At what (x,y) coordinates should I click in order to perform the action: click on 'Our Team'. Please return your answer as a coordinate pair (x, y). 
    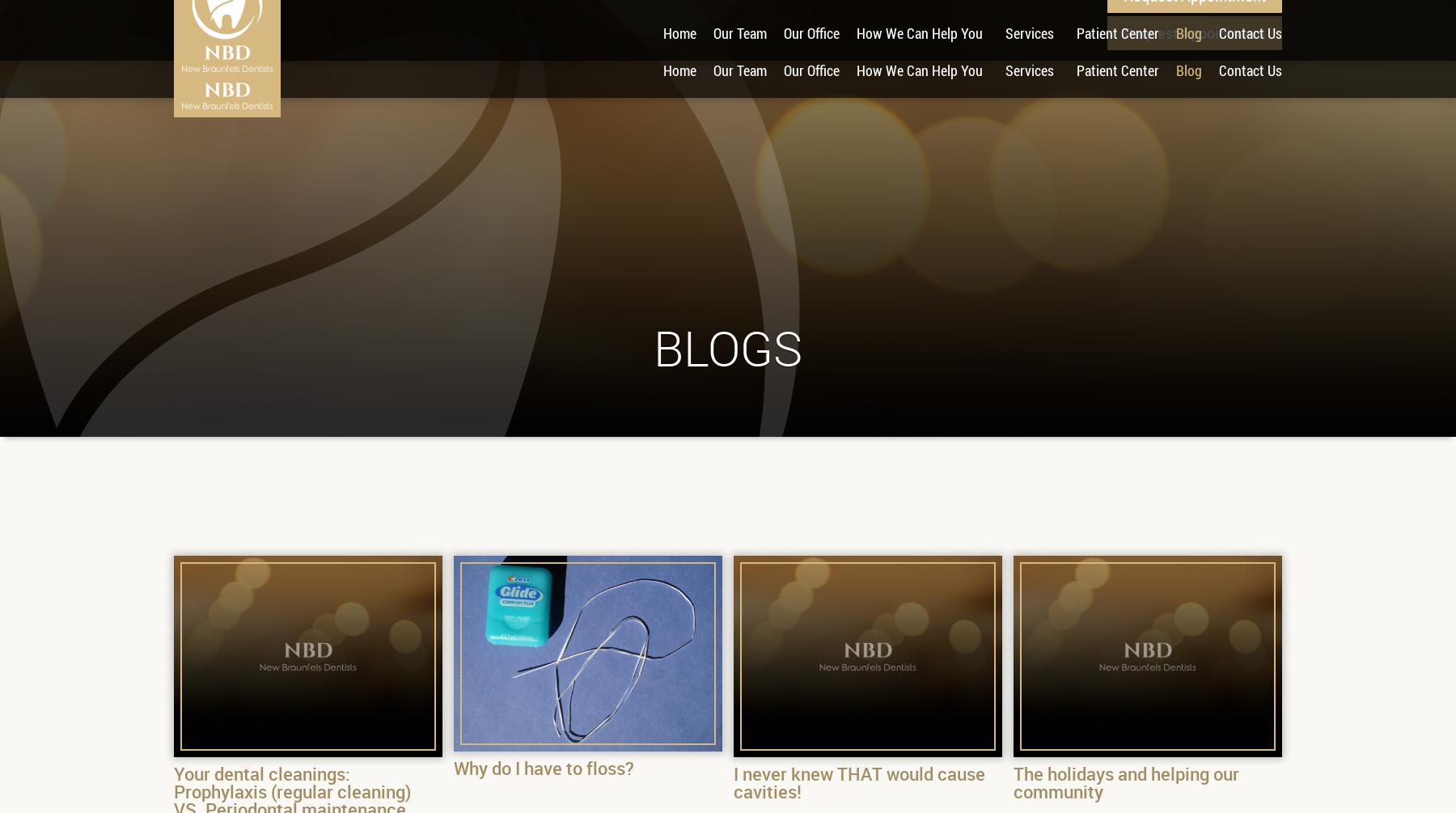
    Looking at the image, I should click on (739, 70).